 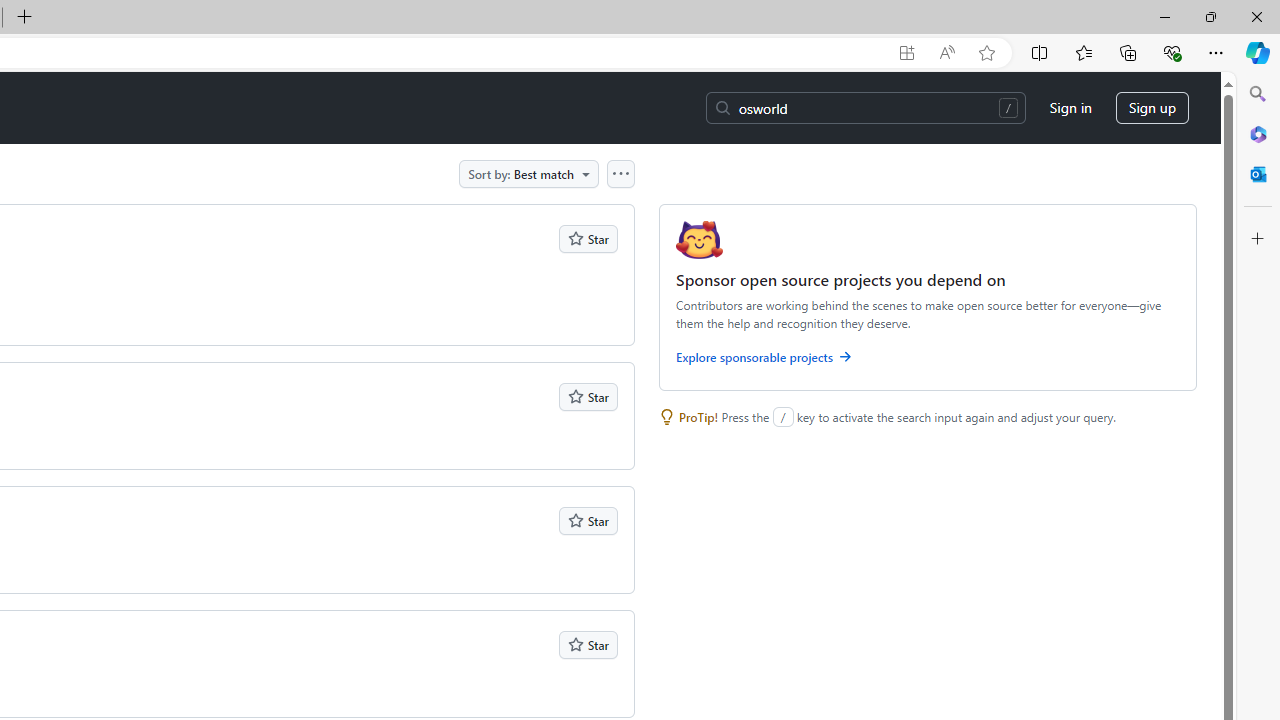 What do you see at coordinates (1128, 51) in the screenshot?
I see `'Collections'` at bounding box center [1128, 51].